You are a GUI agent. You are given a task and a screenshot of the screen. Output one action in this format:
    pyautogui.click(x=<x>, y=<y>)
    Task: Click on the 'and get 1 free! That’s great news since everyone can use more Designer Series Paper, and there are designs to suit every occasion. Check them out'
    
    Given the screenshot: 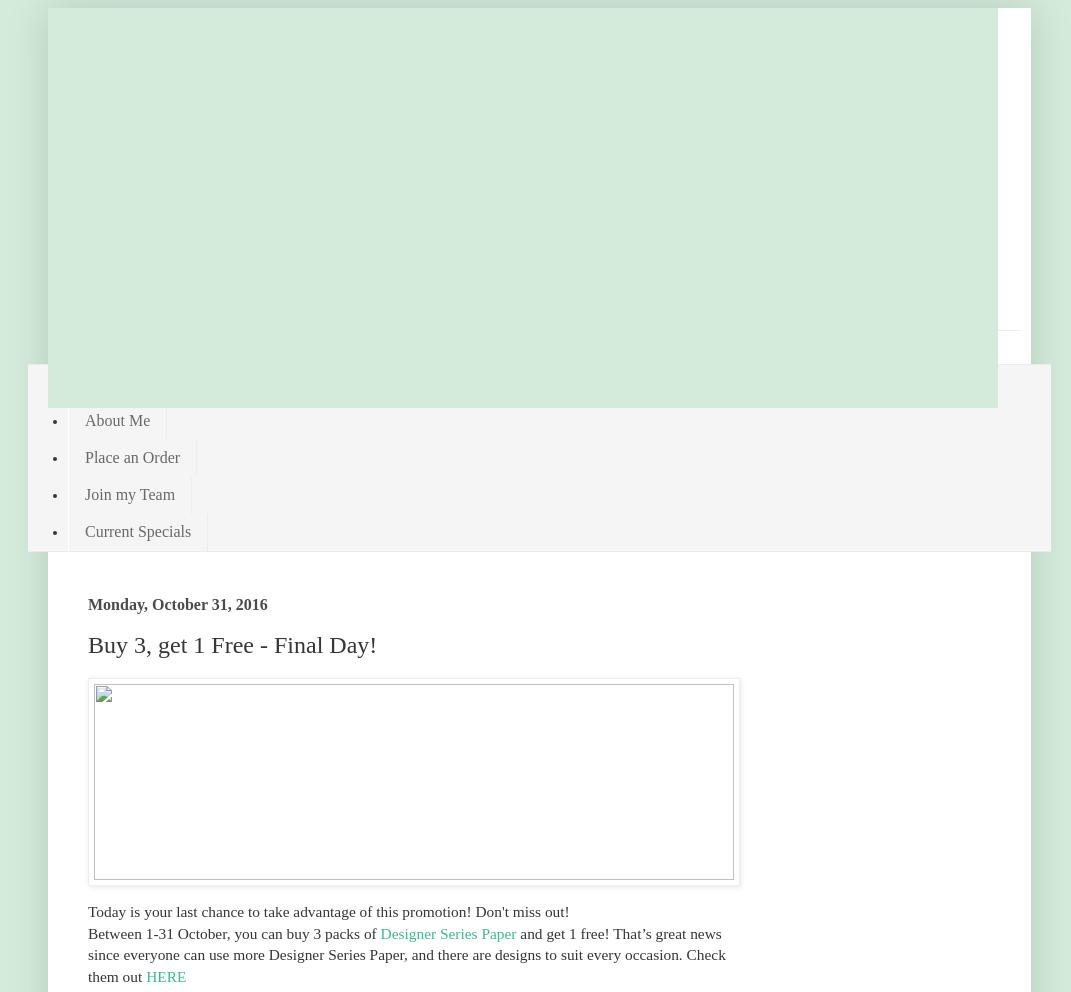 What is the action you would take?
    pyautogui.click(x=406, y=954)
    